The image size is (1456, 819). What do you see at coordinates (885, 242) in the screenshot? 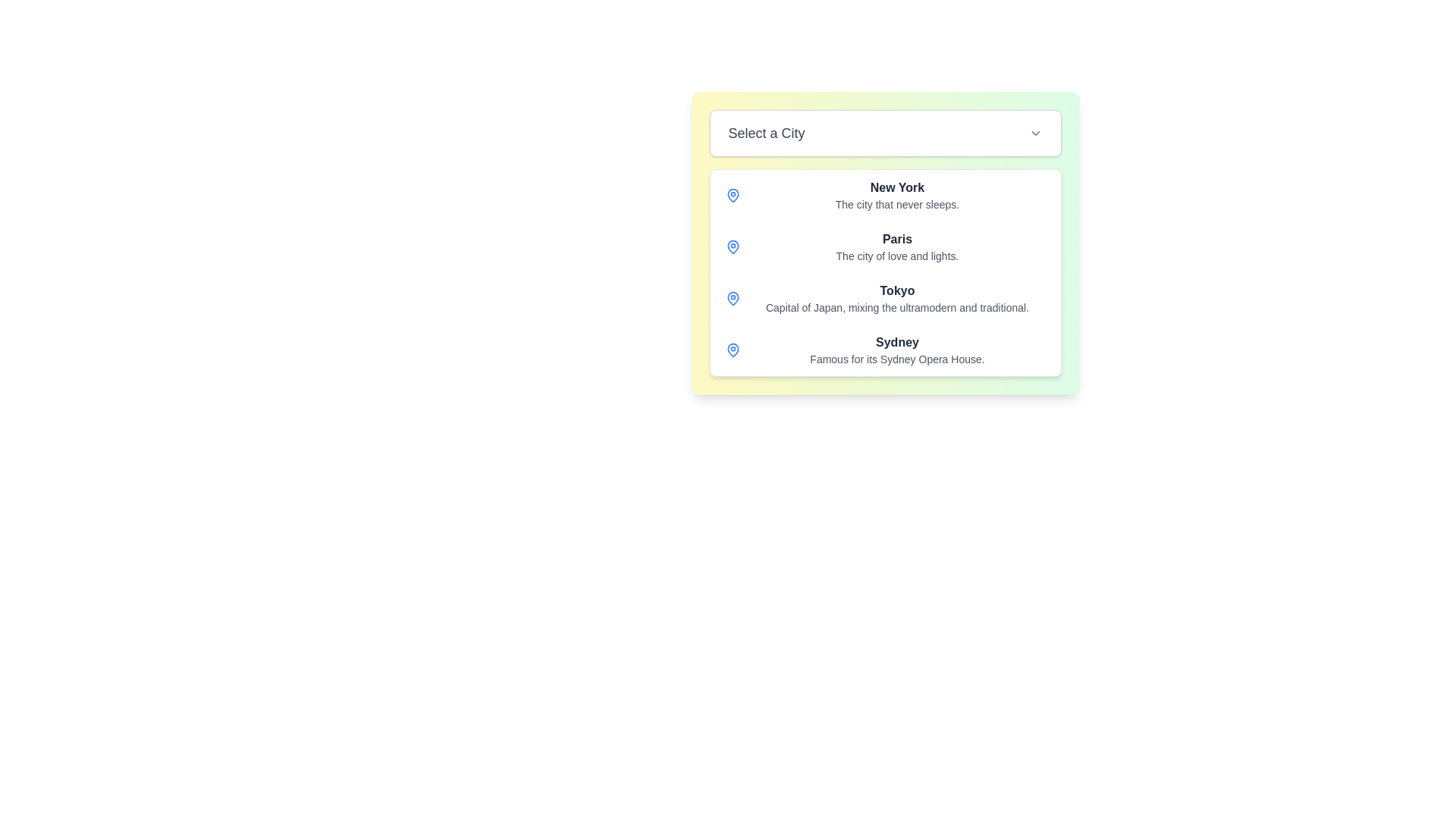
I see `the Dropdown menu displaying selectable city options, which features the text 'Select a City' and a down-arrow icon` at bounding box center [885, 242].